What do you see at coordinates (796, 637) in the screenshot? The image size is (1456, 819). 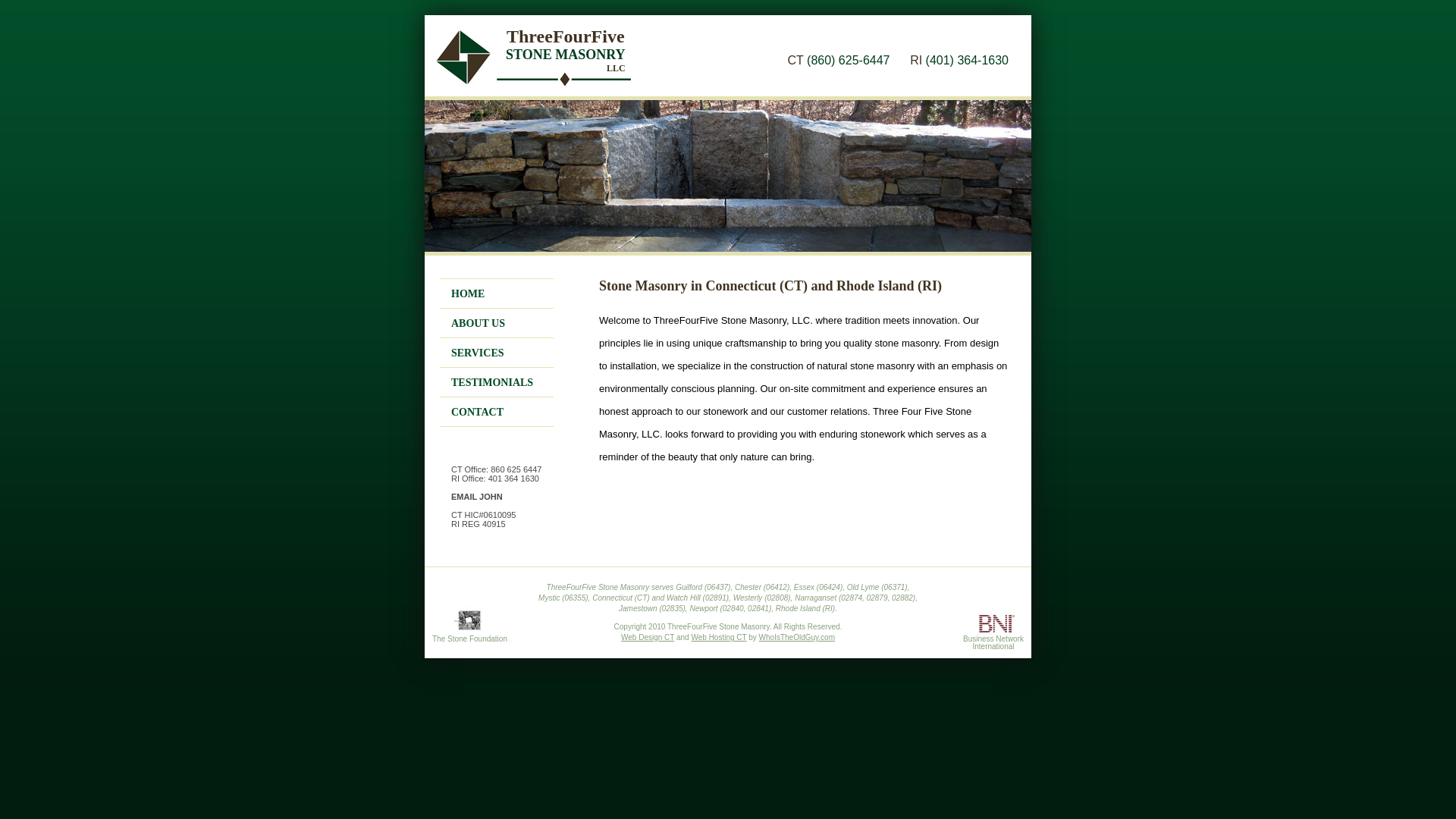 I see `'WhoIsTheOldGuy.com'` at bounding box center [796, 637].